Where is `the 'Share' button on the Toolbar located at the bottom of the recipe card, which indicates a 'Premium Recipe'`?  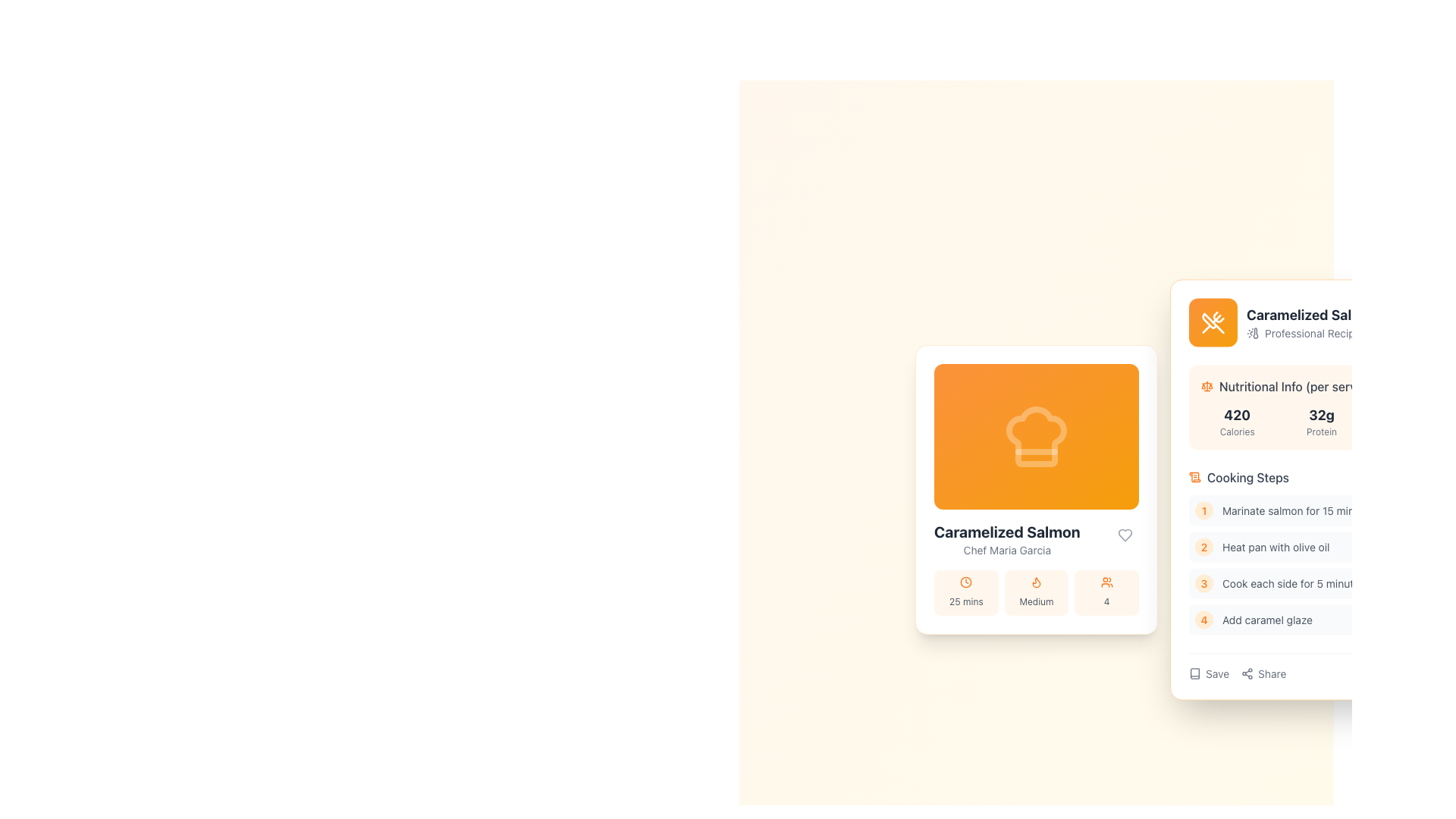 the 'Share' button on the Toolbar located at the bottom of the recipe card, which indicates a 'Premium Recipe' is located at coordinates (1320, 666).